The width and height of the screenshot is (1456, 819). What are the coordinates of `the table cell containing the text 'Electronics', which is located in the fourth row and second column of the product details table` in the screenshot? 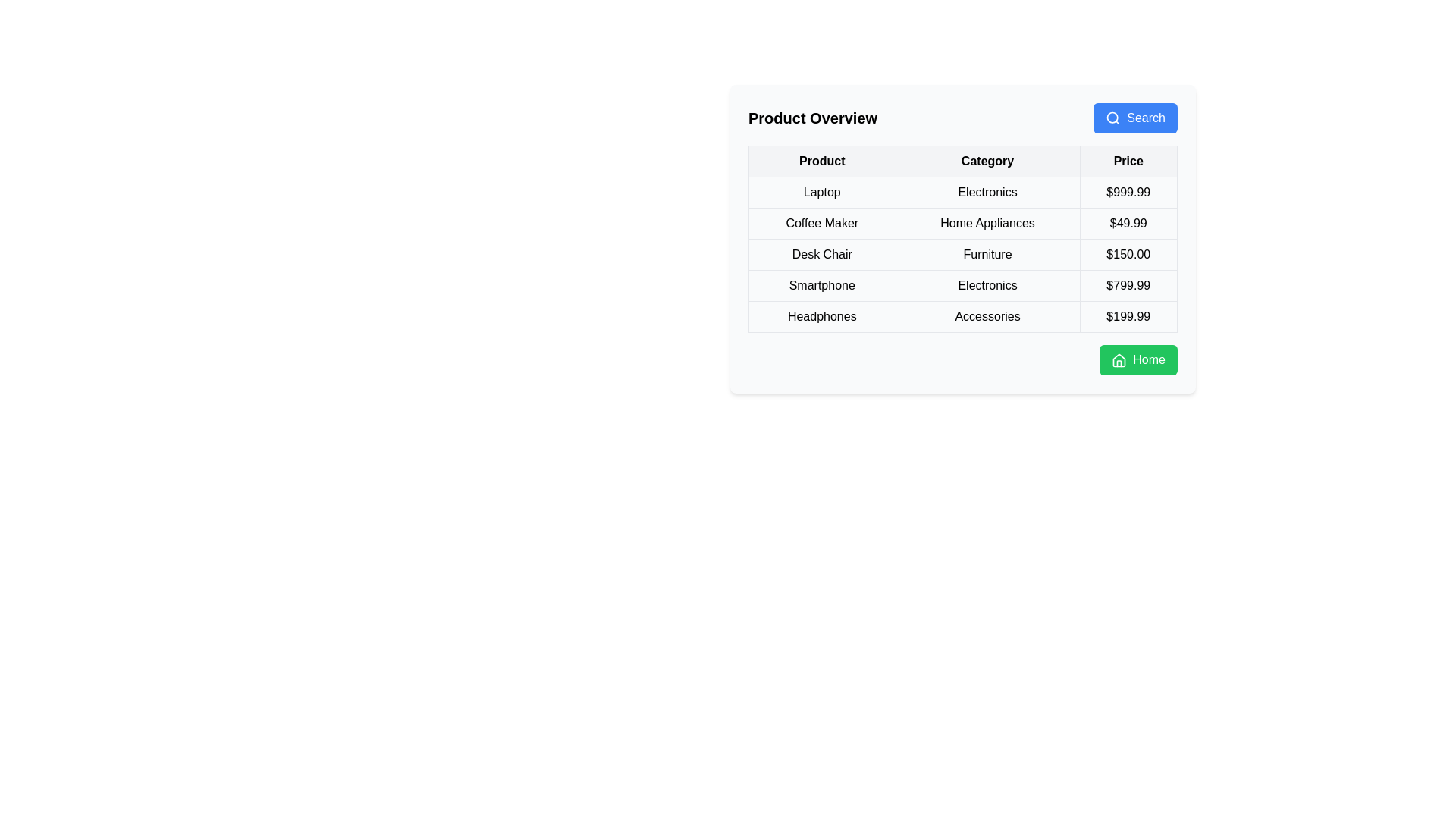 It's located at (962, 286).